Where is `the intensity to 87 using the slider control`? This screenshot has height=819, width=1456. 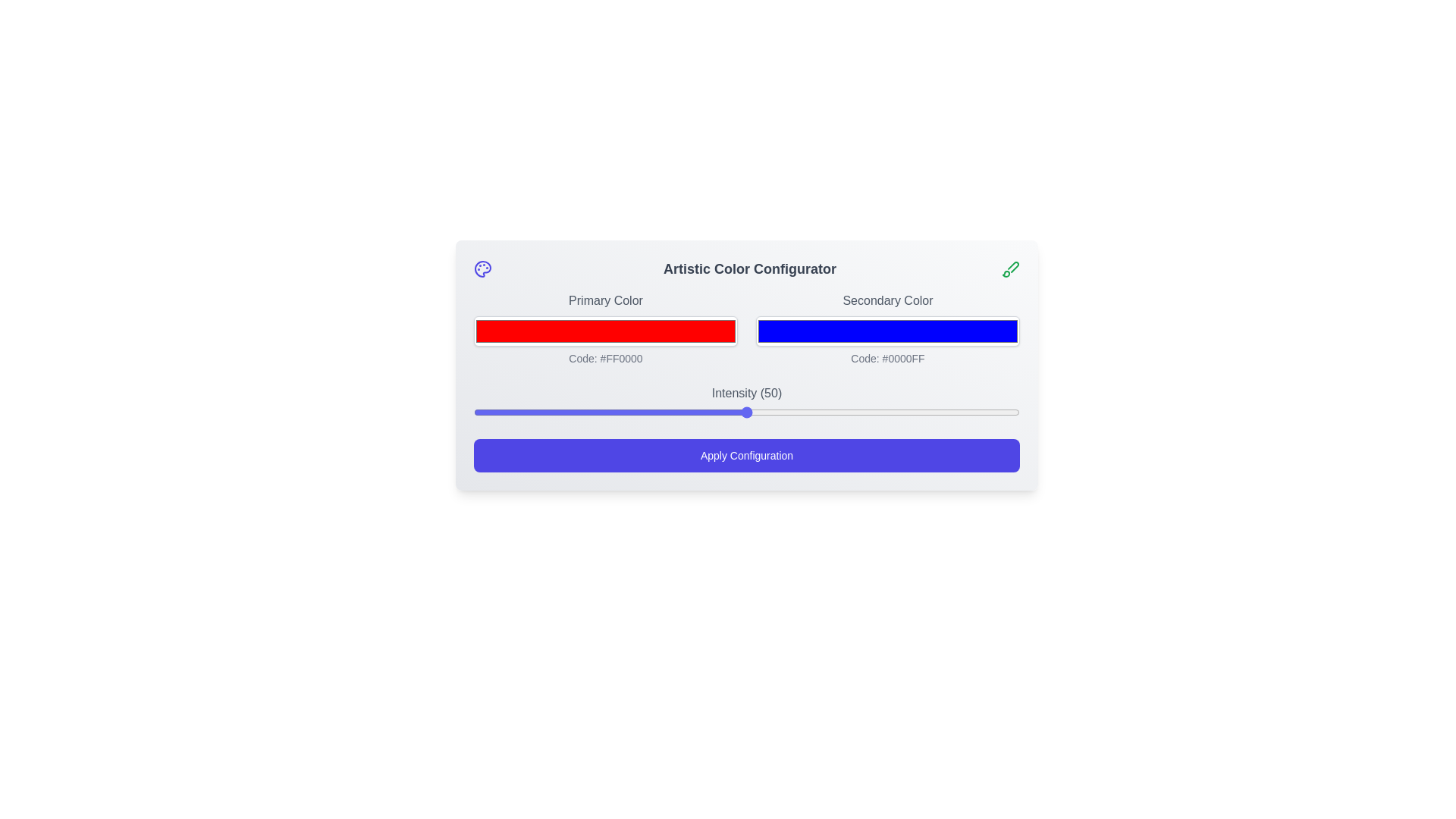 the intensity to 87 using the slider control is located at coordinates (948, 412).